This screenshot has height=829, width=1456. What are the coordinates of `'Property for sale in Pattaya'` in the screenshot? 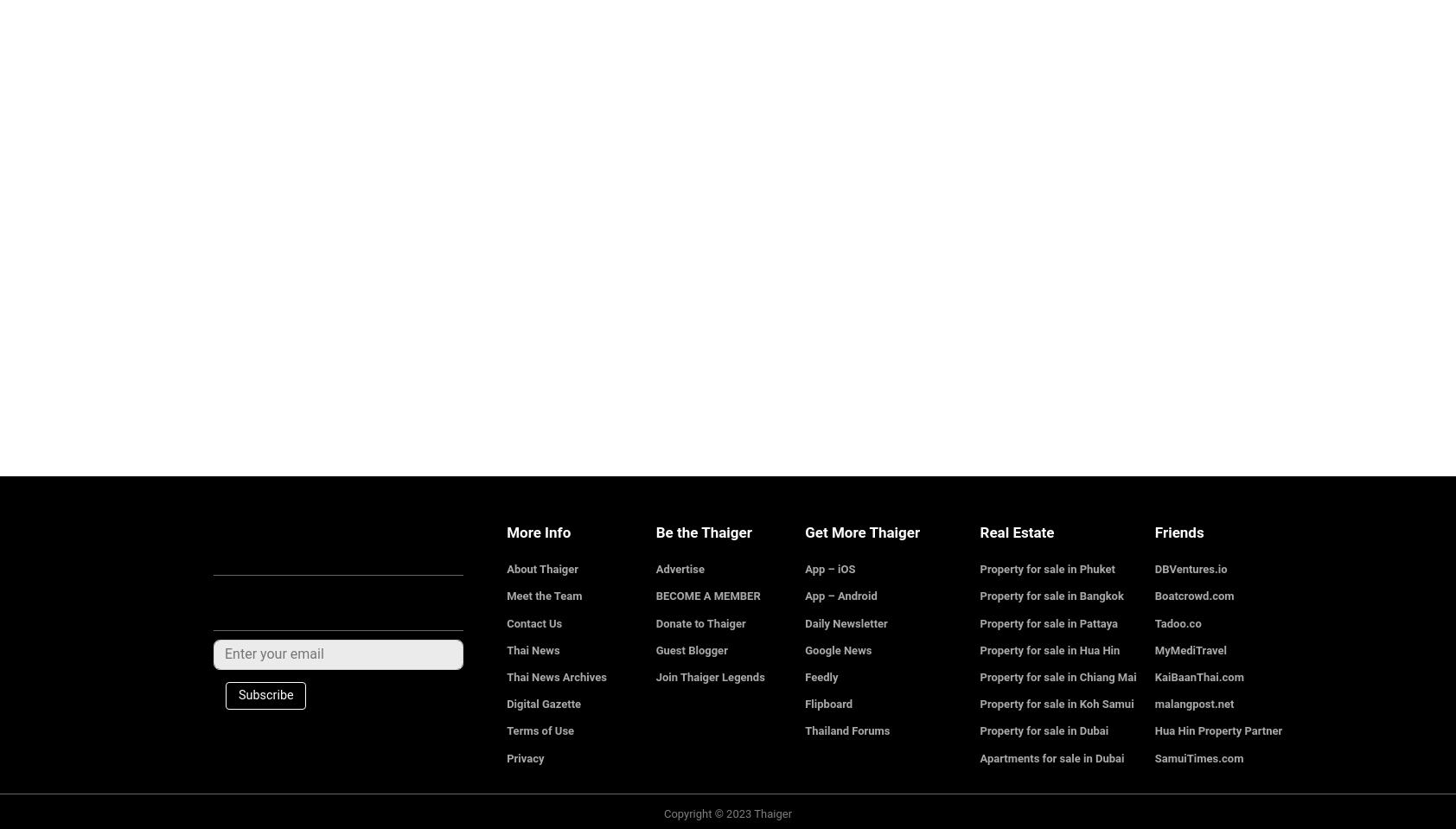 It's located at (979, 622).